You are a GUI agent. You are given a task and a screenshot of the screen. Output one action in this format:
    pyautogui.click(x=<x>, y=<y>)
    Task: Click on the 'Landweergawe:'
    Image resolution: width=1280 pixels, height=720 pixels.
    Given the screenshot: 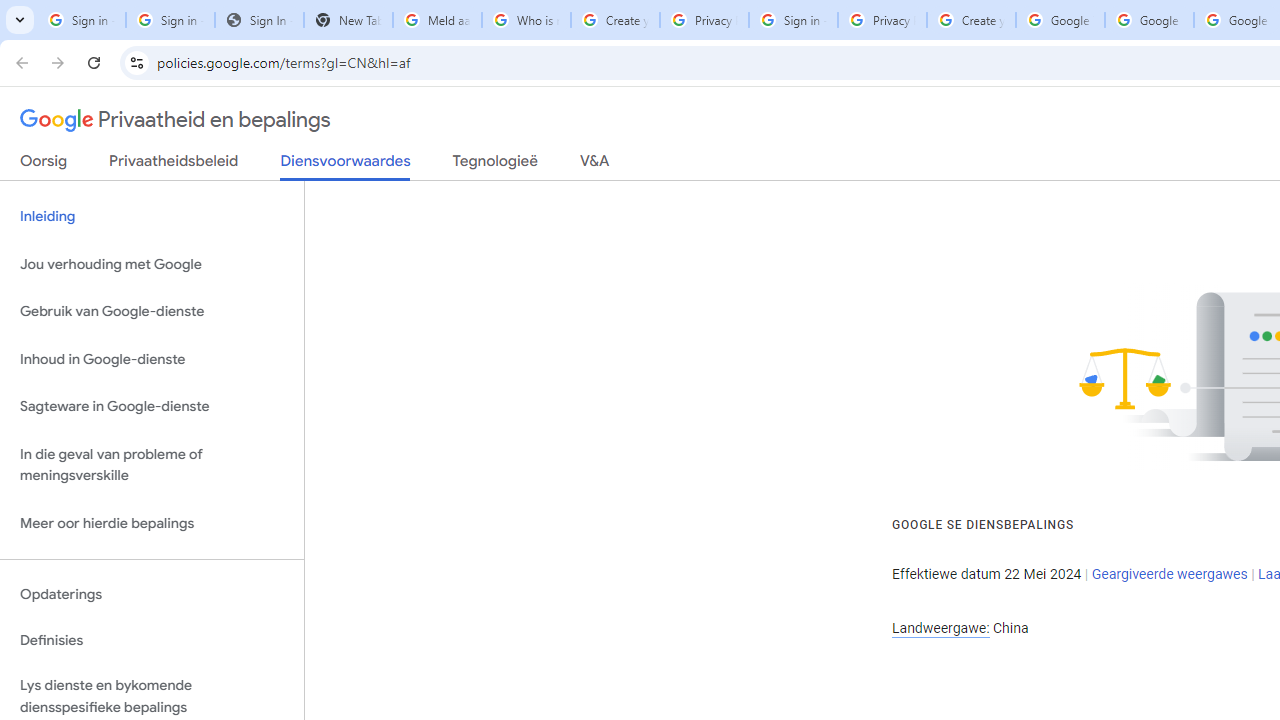 What is the action you would take?
    pyautogui.click(x=939, y=627)
    